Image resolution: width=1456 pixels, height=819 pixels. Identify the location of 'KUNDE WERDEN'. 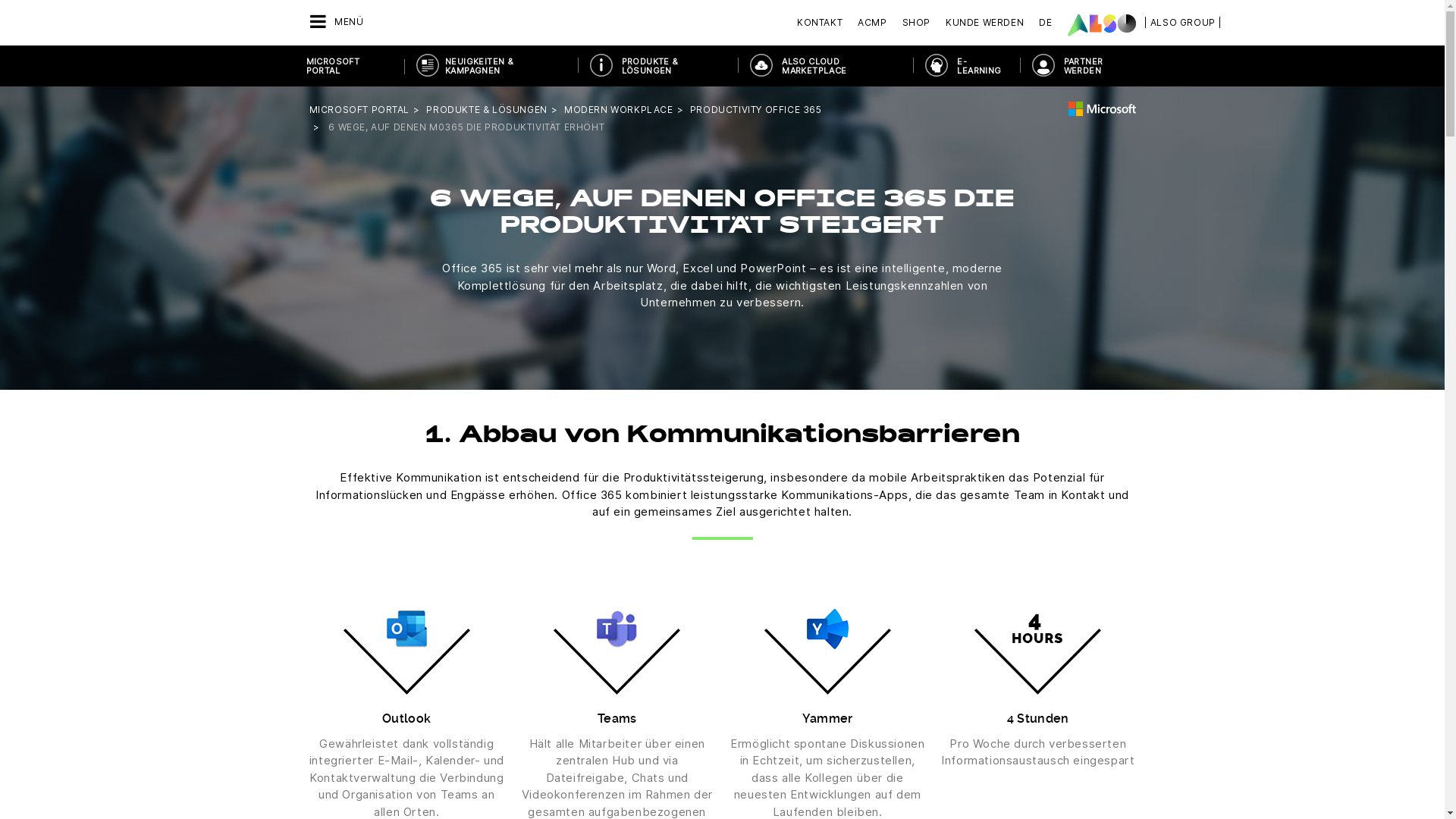
(984, 23).